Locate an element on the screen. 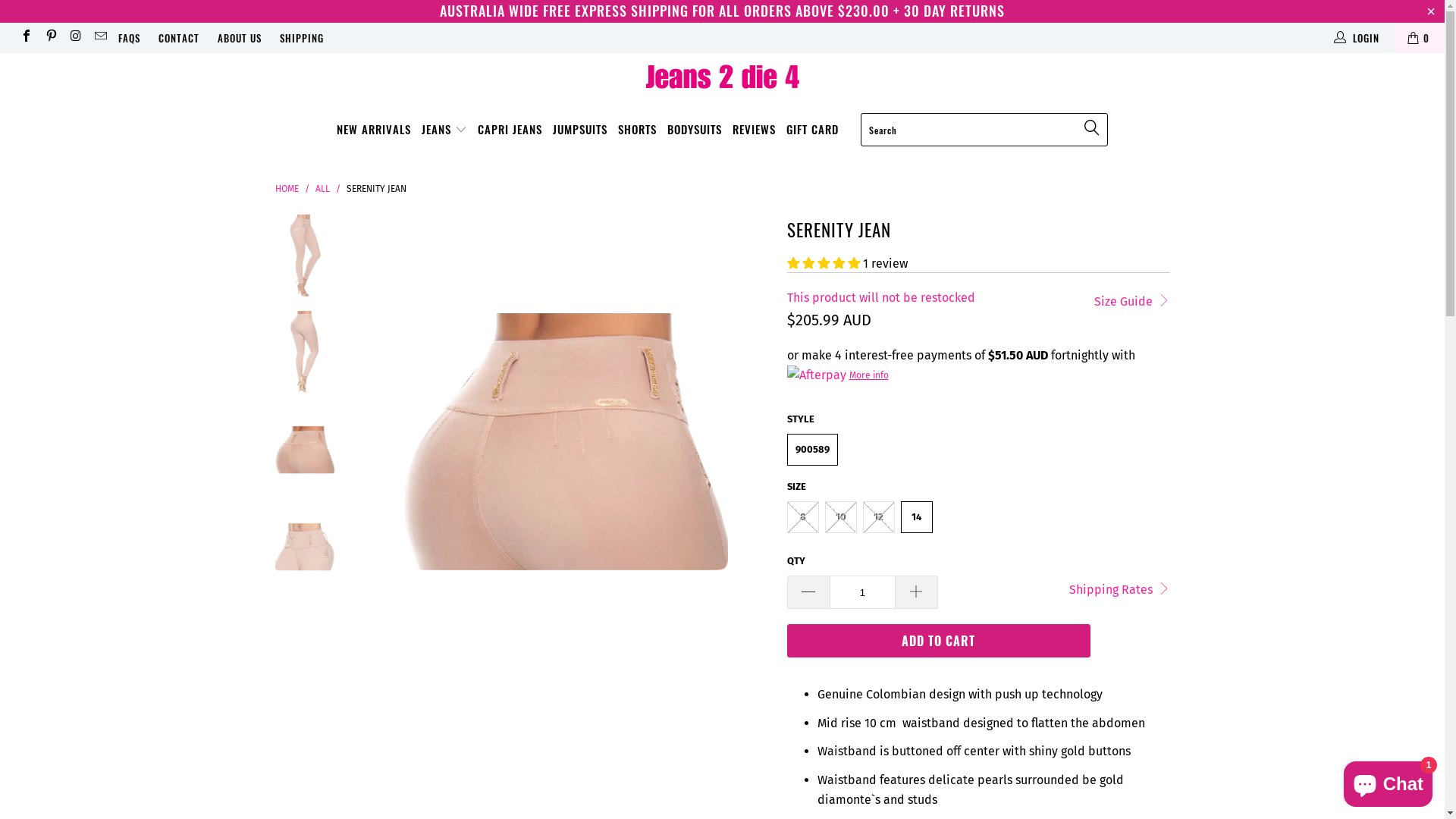  'NEW ARRIVALS' is located at coordinates (374, 129).